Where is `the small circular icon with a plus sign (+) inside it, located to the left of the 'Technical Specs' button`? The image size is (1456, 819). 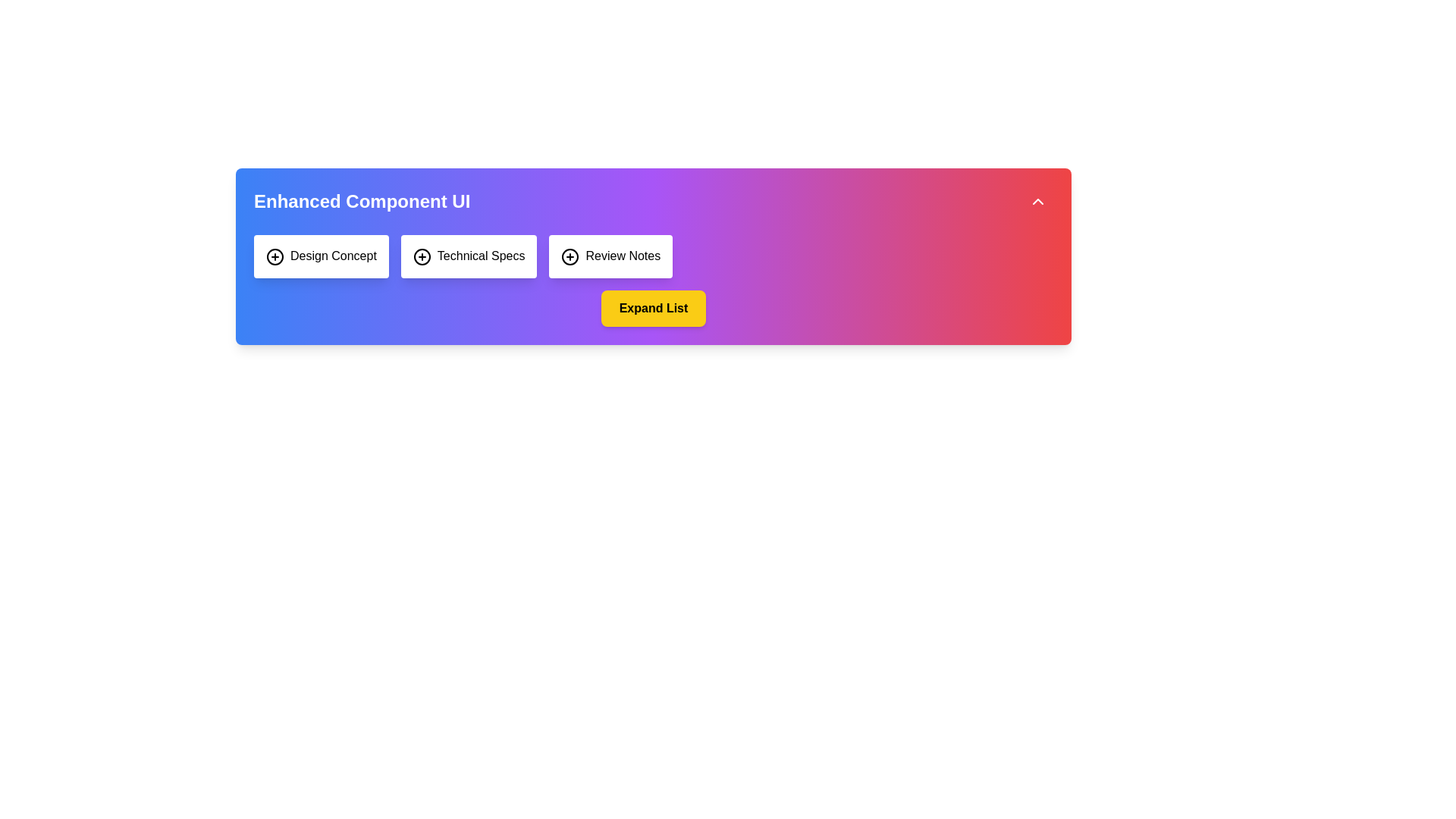
the small circular icon with a plus sign (+) inside it, located to the left of the 'Technical Specs' button is located at coordinates (422, 256).